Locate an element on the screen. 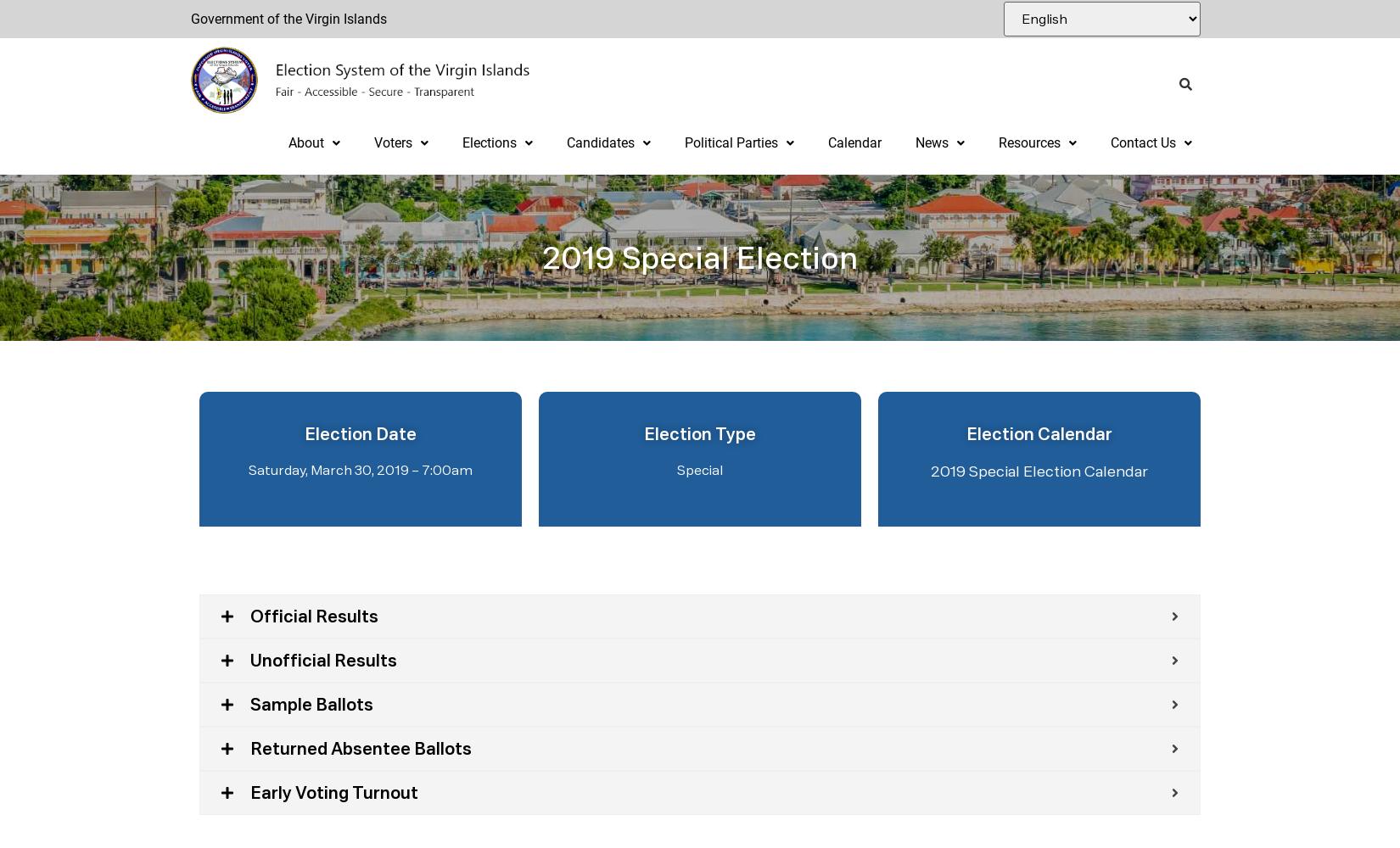 Image resolution: width=1400 pixels, height=848 pixels. 'Military and Overseas Voting (MOVE)' is located at coordinates (484, 424).